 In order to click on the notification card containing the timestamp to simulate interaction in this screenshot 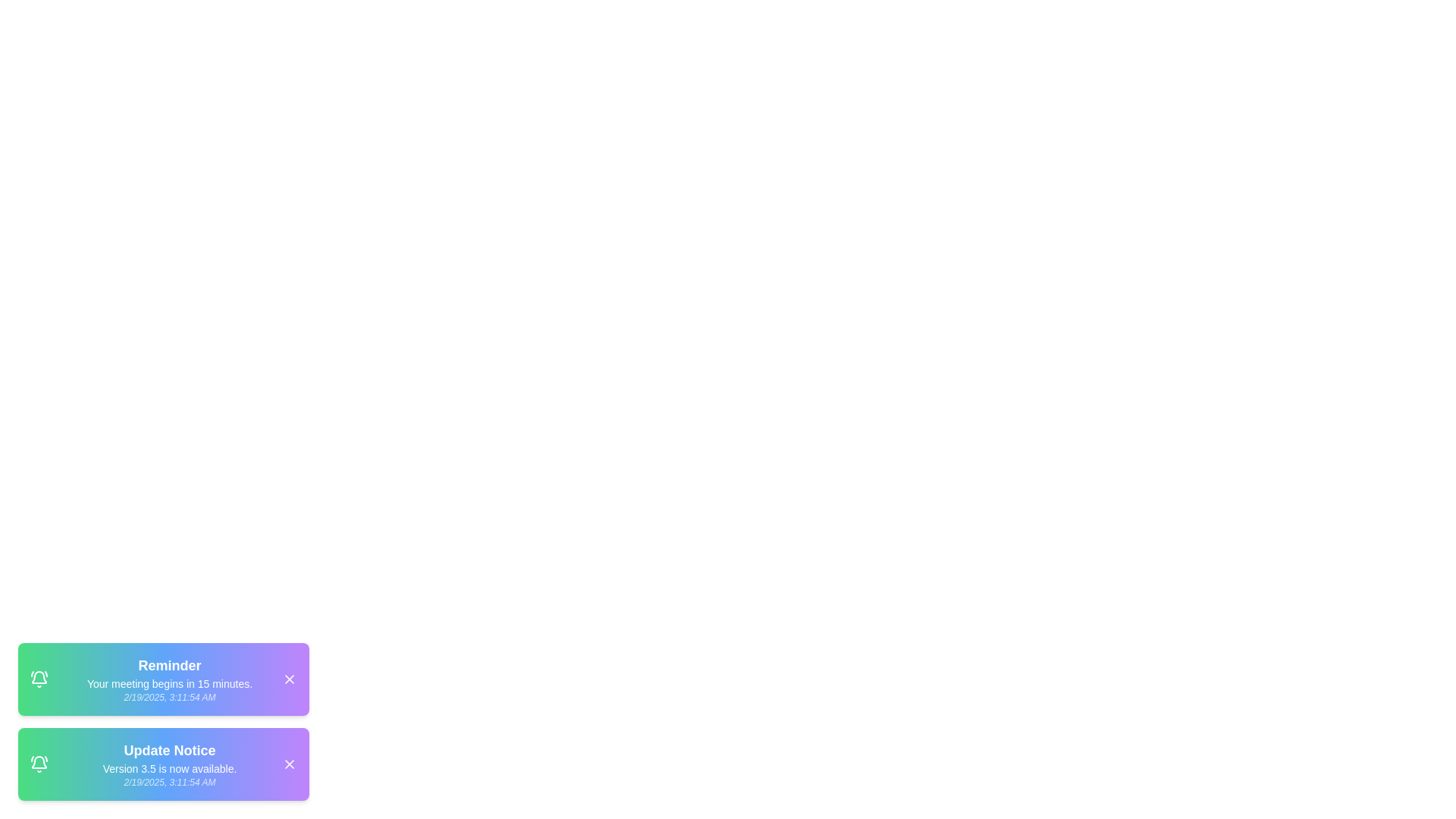, I will do `click(164, 678)`.